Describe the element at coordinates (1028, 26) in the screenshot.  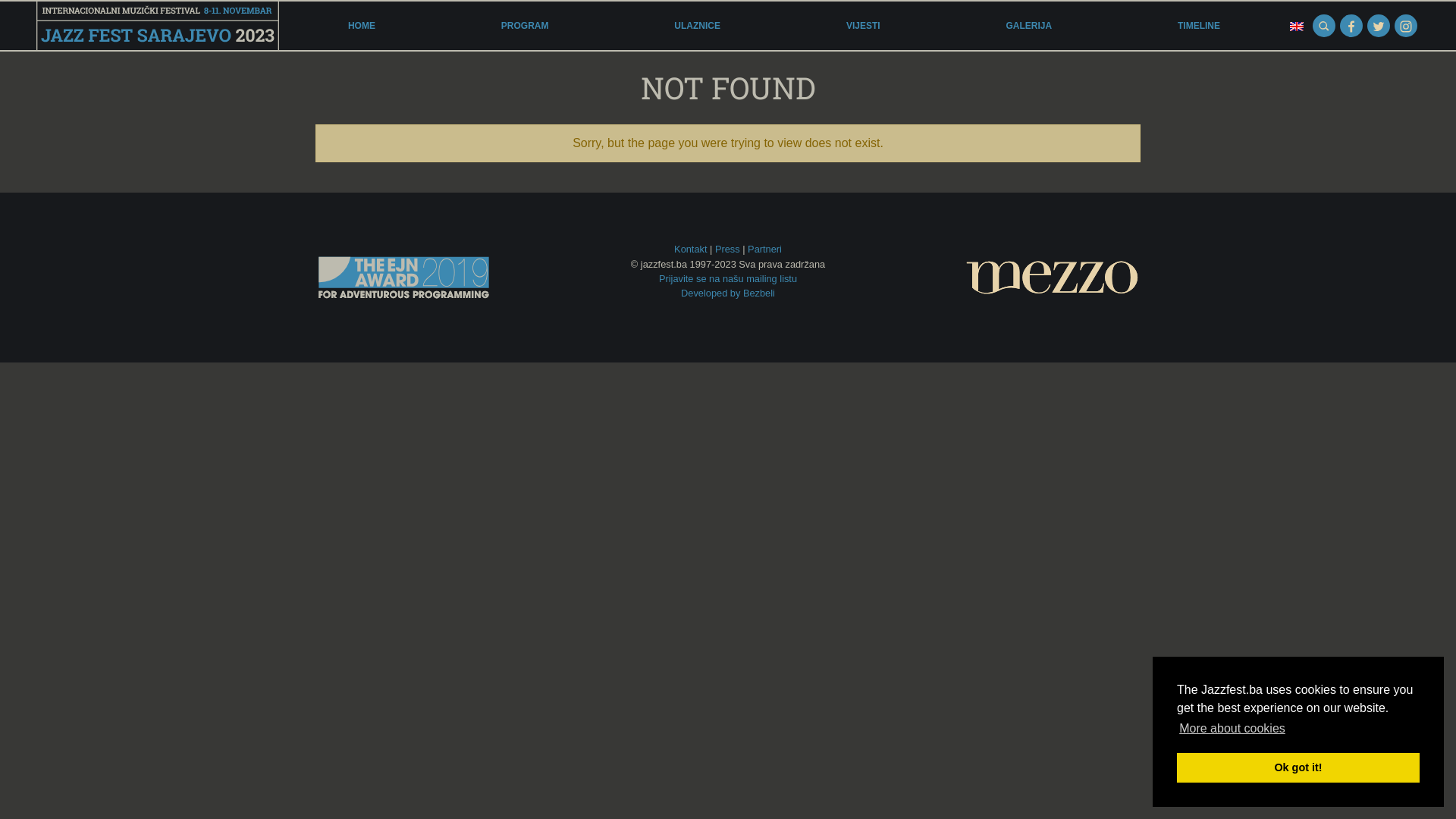
I see `'GALERIJA'` at that location.